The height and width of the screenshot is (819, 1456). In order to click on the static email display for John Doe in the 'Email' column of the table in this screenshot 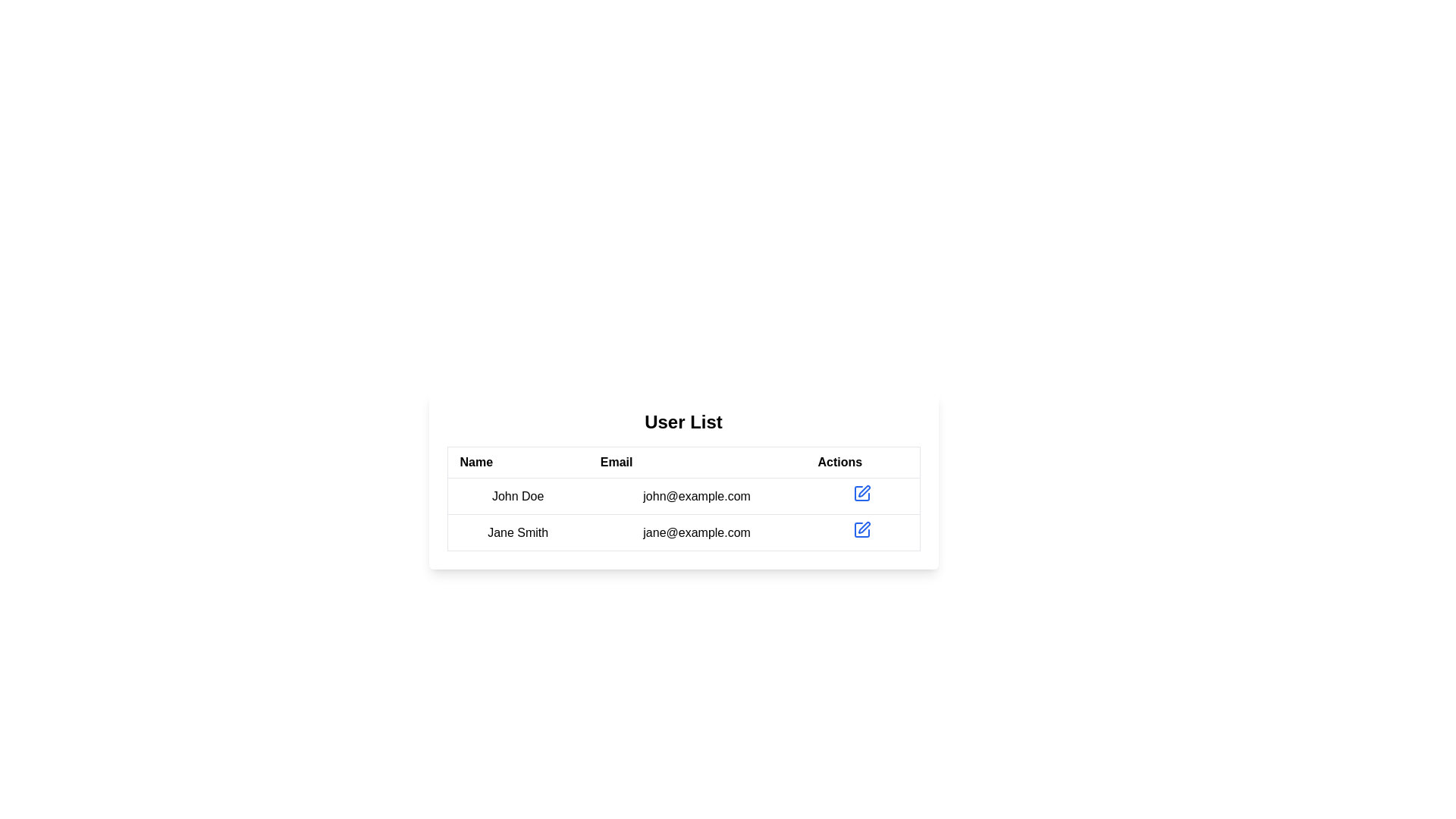, I will do `click(696, 496)`.